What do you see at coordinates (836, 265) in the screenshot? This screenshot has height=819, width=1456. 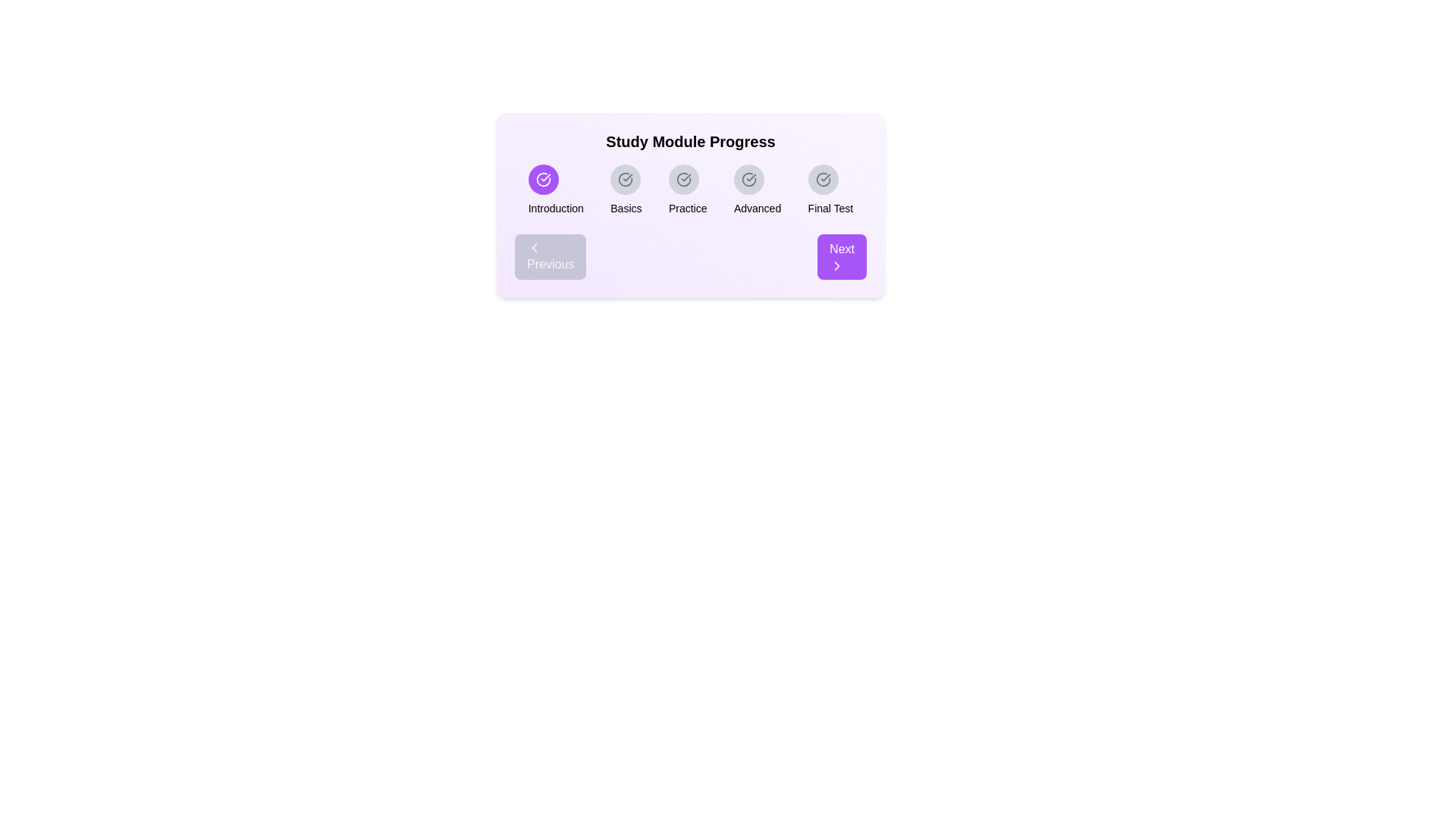 I see `the right-pointing chevron icon located within the purple 'Next' button at the bottom right corner of the card under 'Study Module Progress' to proceed` at bounding box center [836, 265].